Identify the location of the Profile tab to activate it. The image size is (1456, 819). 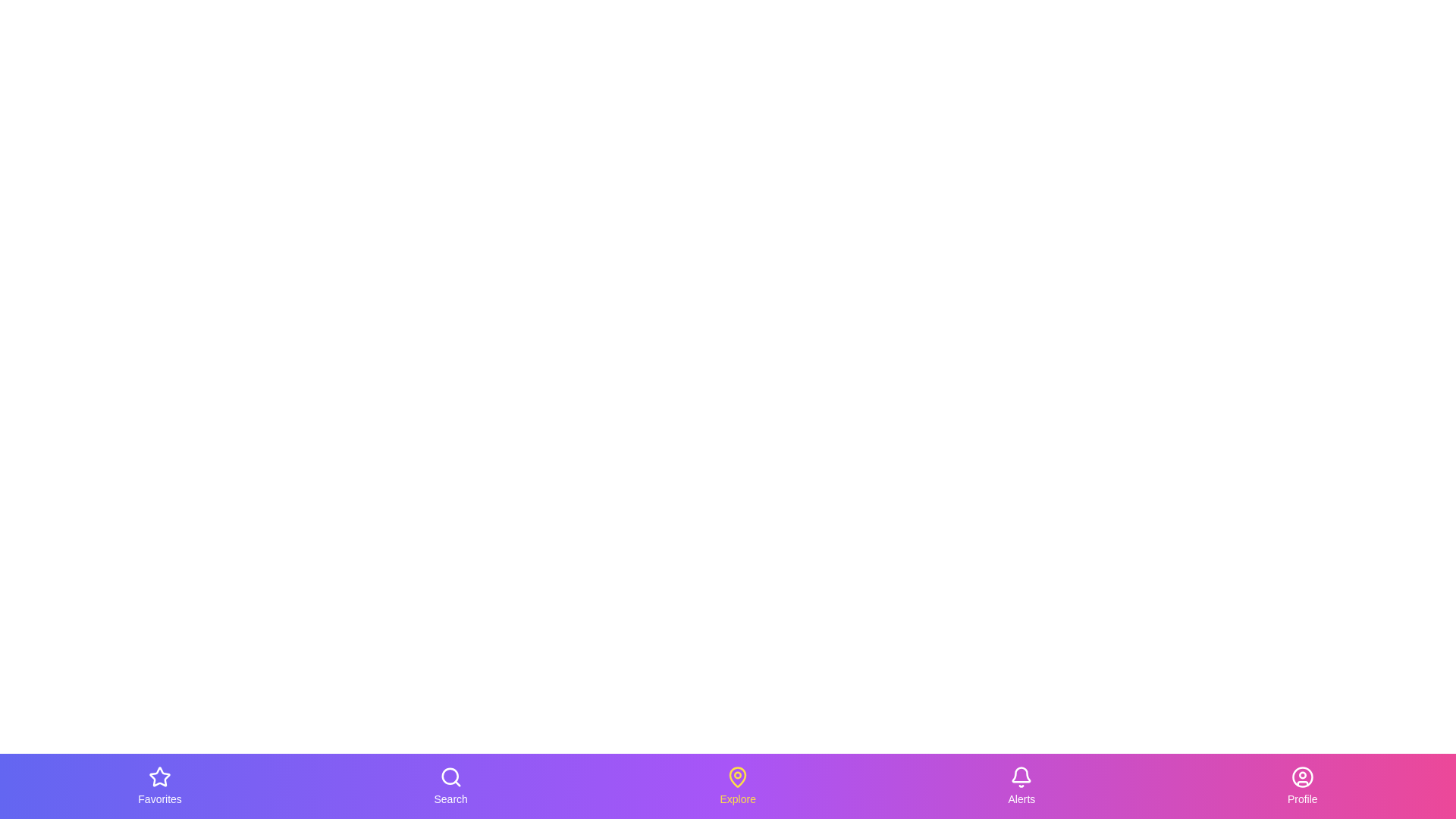
(1301, 786).